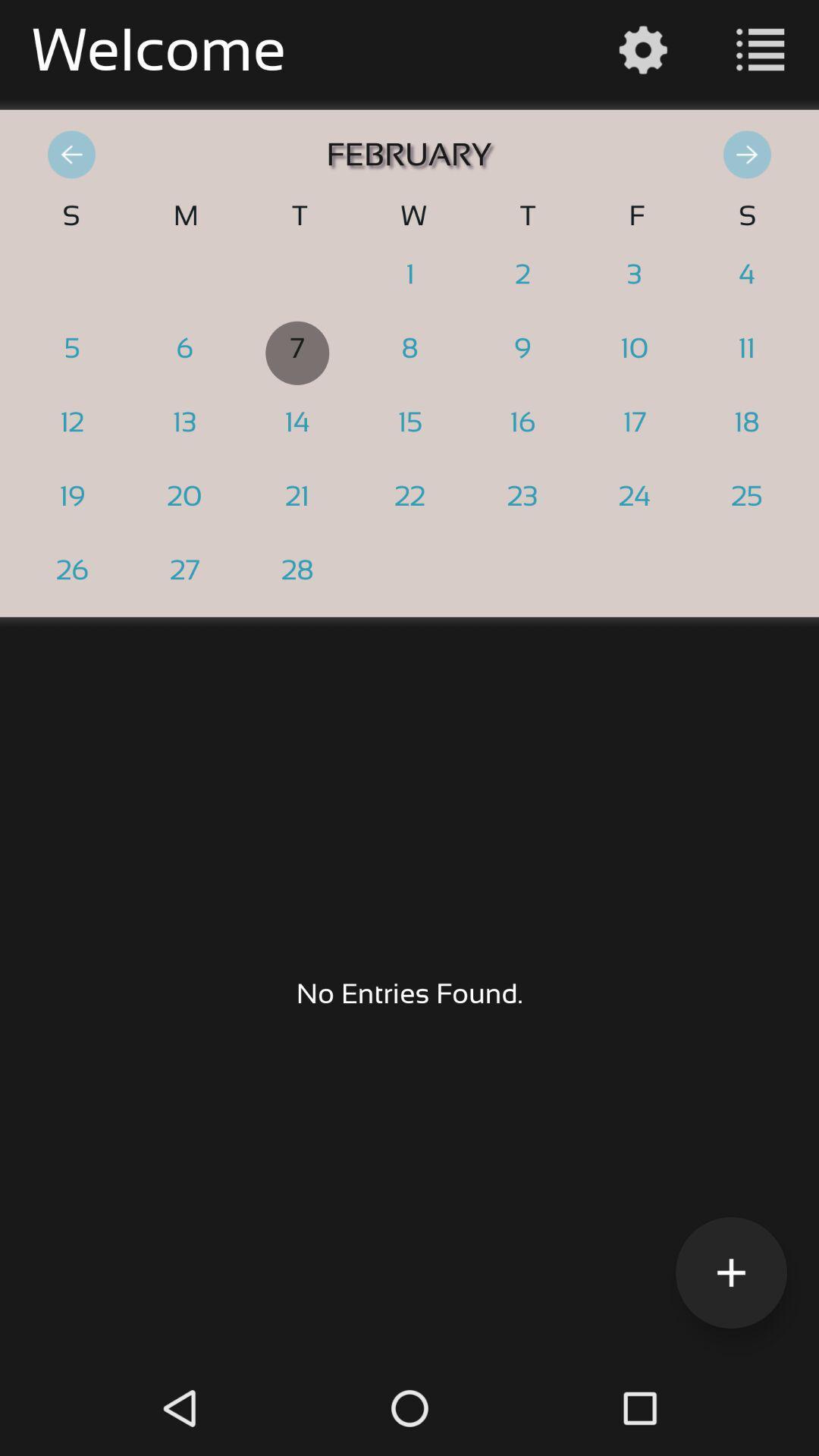 This screenshot has width=819, height=1456. Describe the element at coordinates (760, 49) in the screenshot. I see `the list icon` at that location.